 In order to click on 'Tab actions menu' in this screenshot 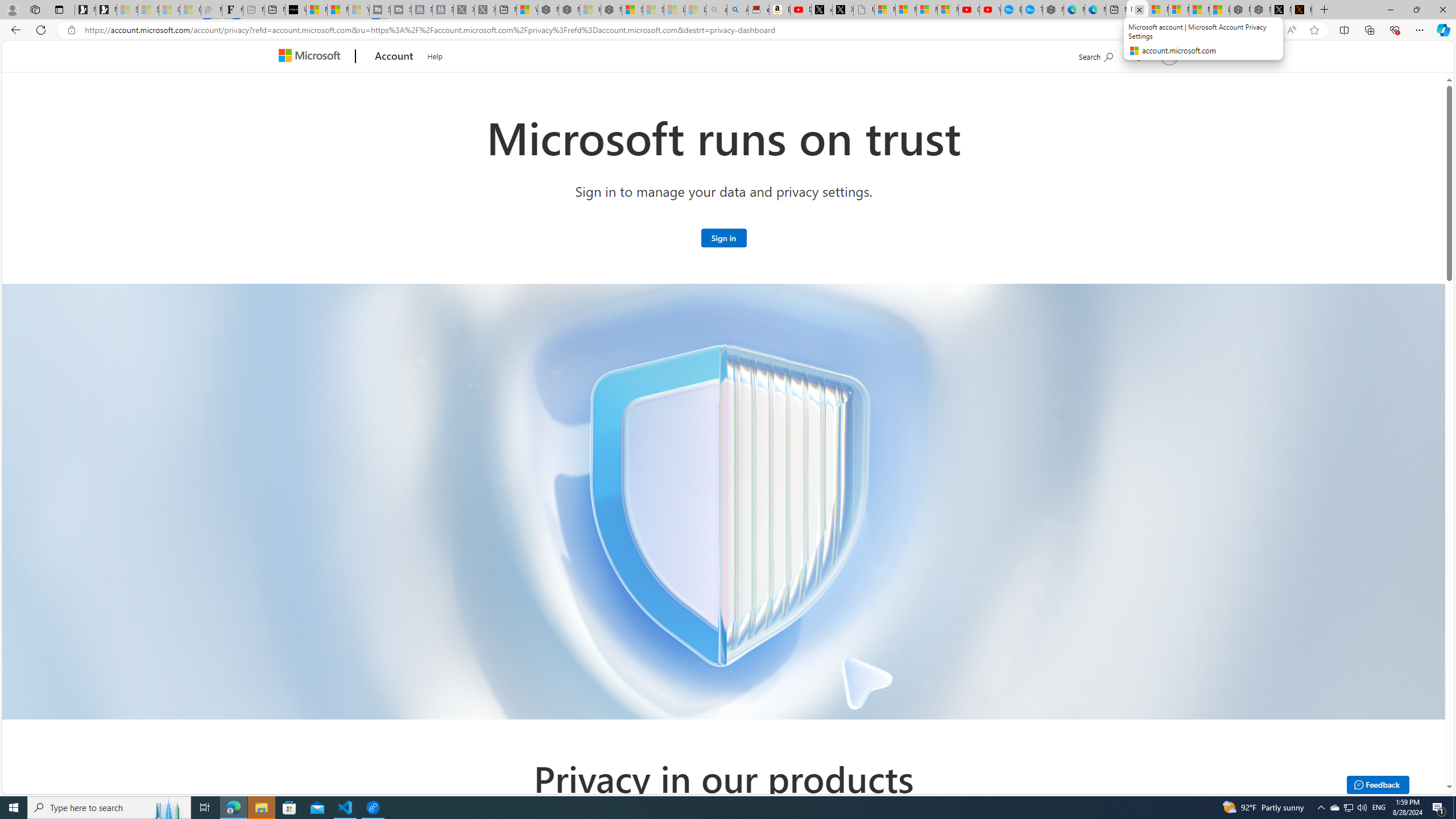, I will do `click(58, 9)`.